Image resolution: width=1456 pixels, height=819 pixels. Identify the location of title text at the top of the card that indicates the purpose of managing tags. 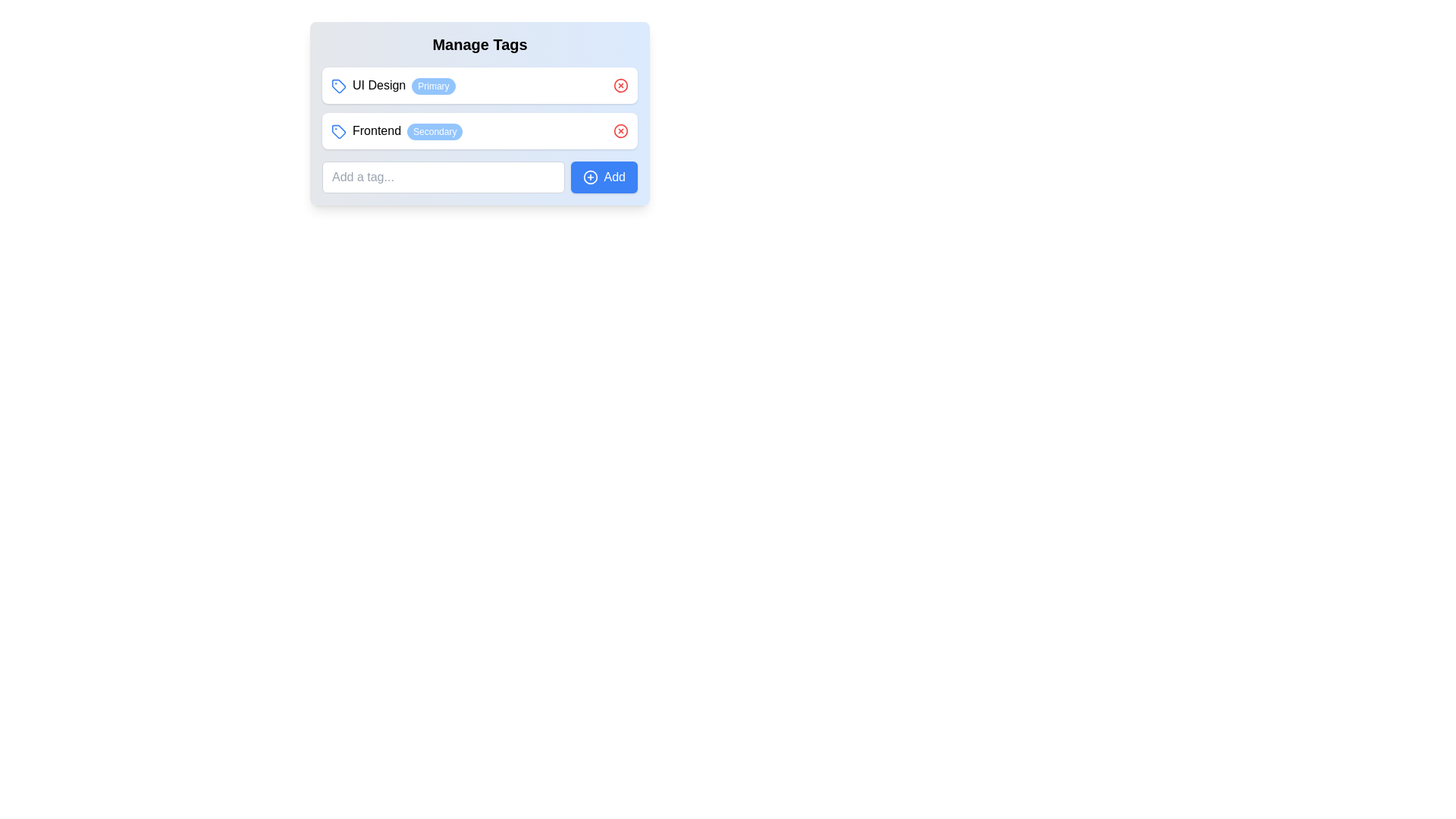
(479, 43).